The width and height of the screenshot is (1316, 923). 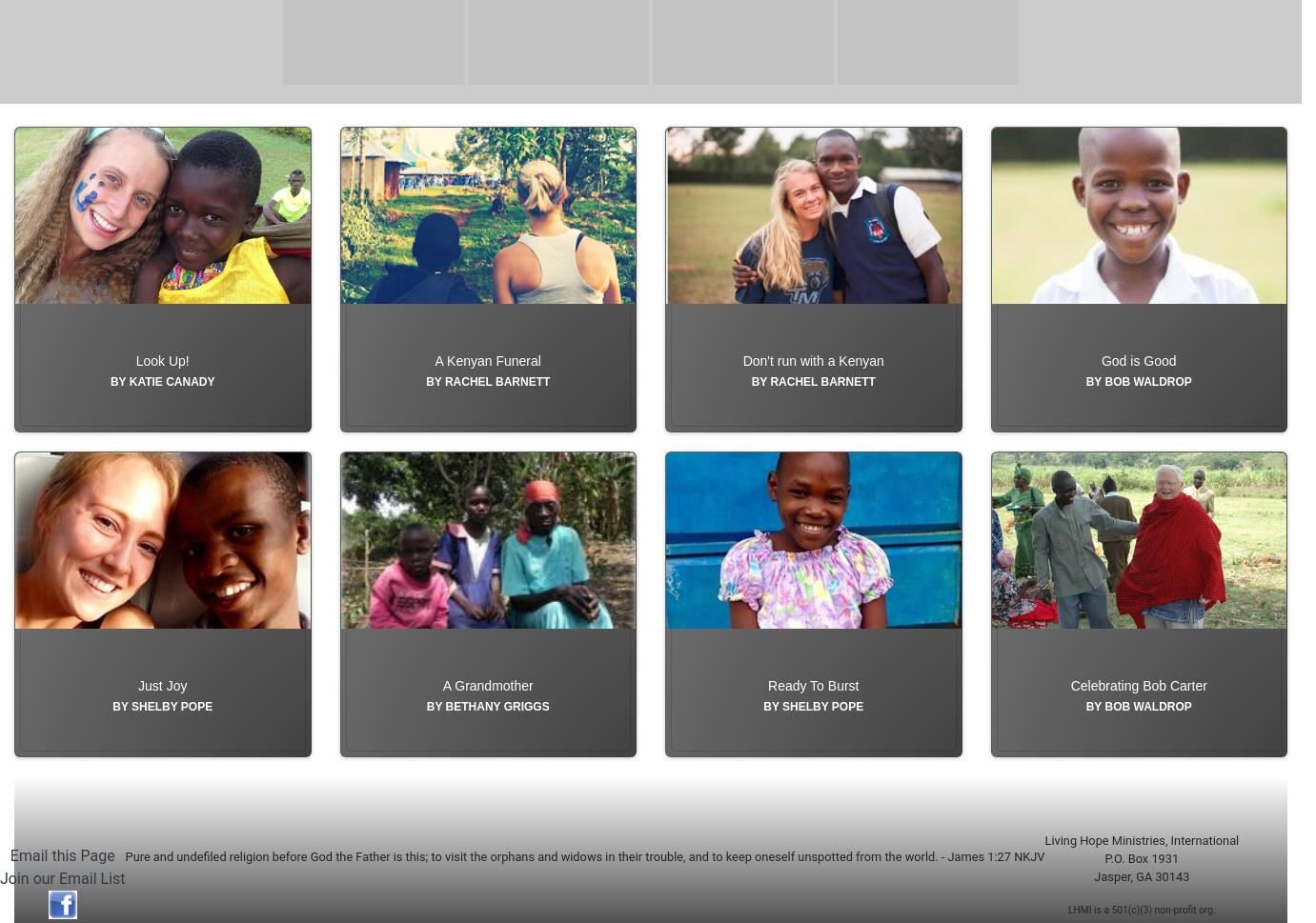 I want to click on 'God is Good', so click(x=1101, y=403).